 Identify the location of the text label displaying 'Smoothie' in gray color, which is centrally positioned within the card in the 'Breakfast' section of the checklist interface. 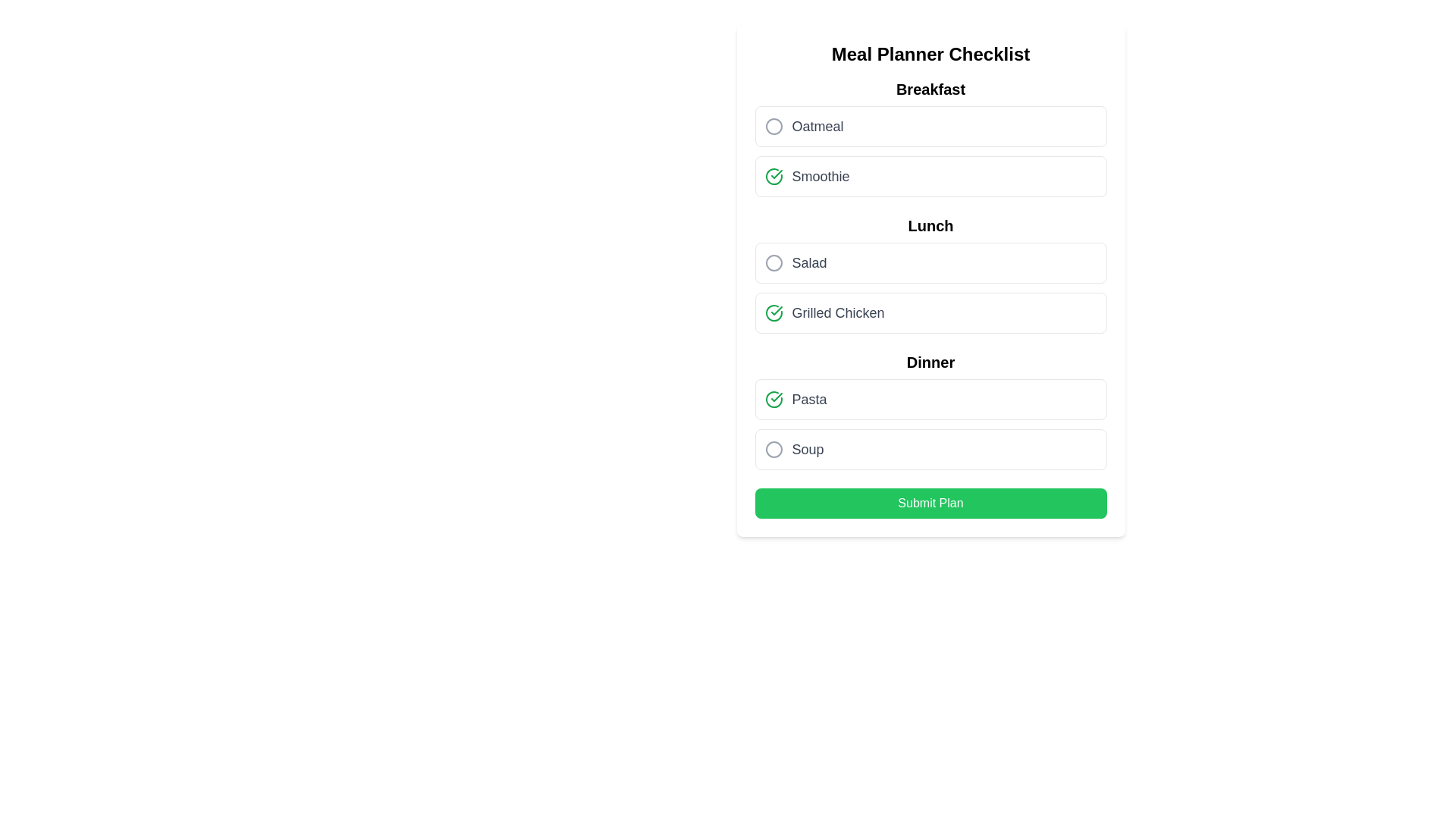
(820, 175).